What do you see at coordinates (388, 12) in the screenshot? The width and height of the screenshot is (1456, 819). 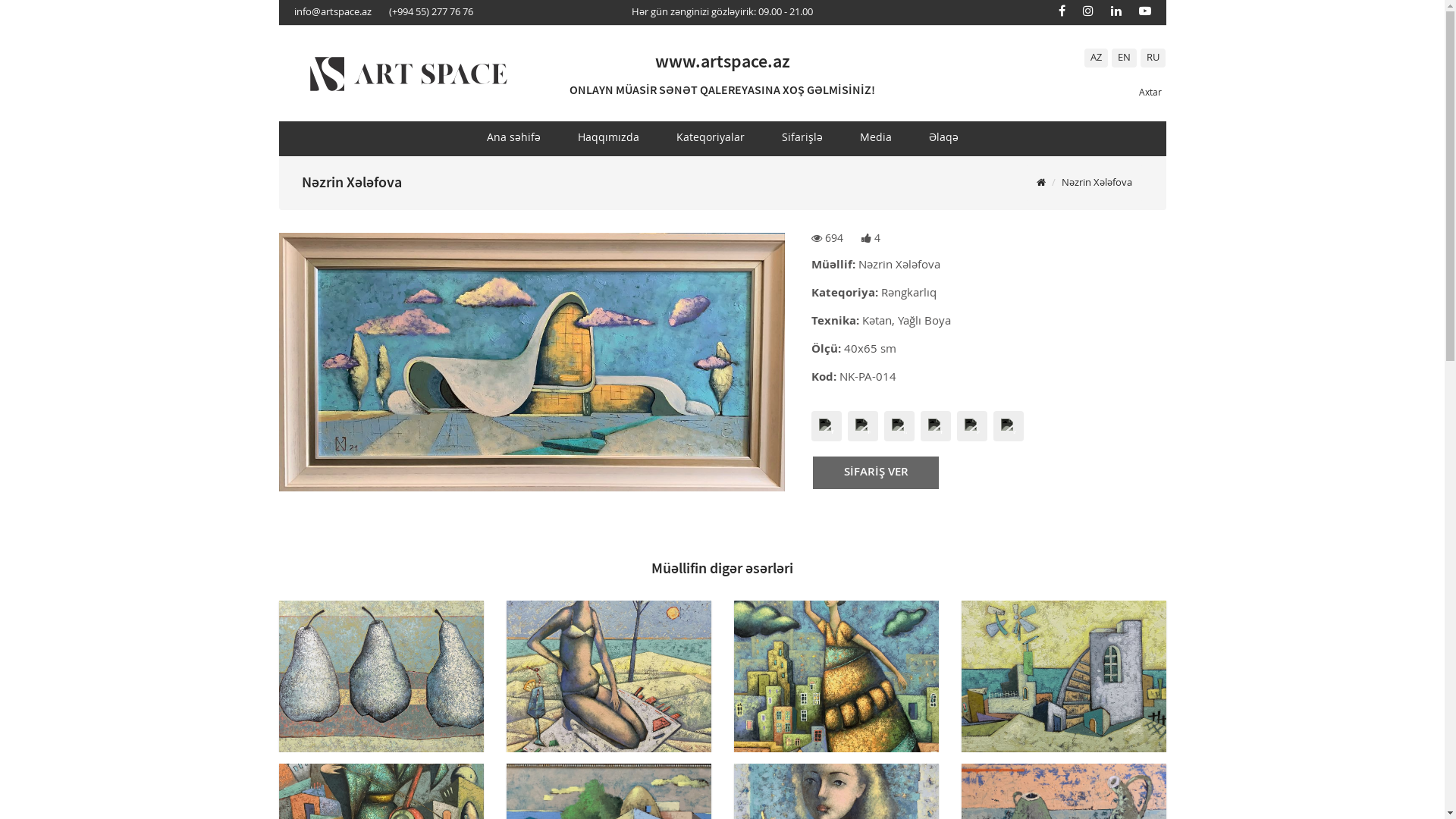 I see `'(+994 55) 277 76 76'` at bounding box center [388, 12].